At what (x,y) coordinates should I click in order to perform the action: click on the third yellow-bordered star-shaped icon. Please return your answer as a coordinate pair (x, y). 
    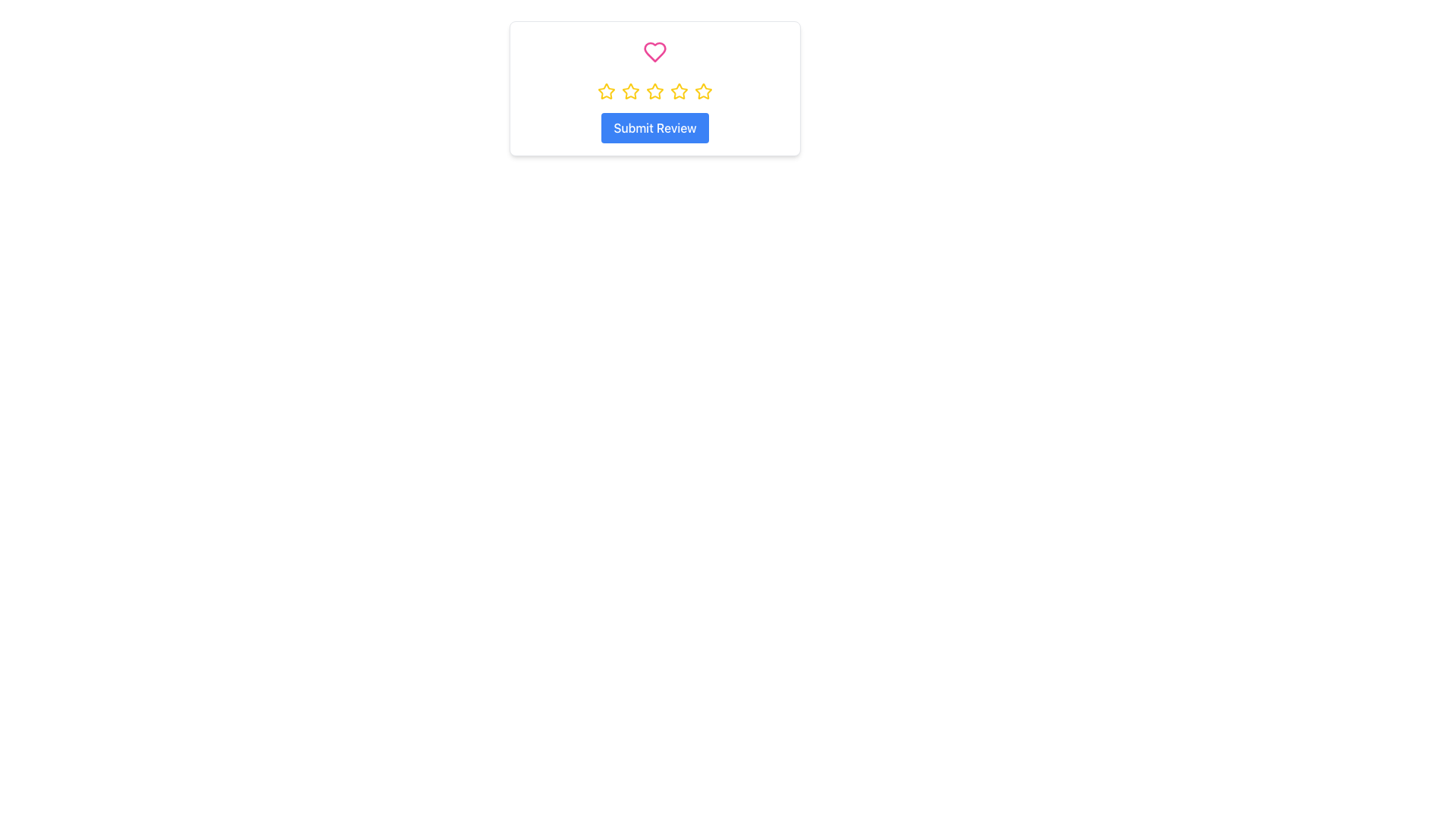
    Looking at the image, I should click on (655, 91).